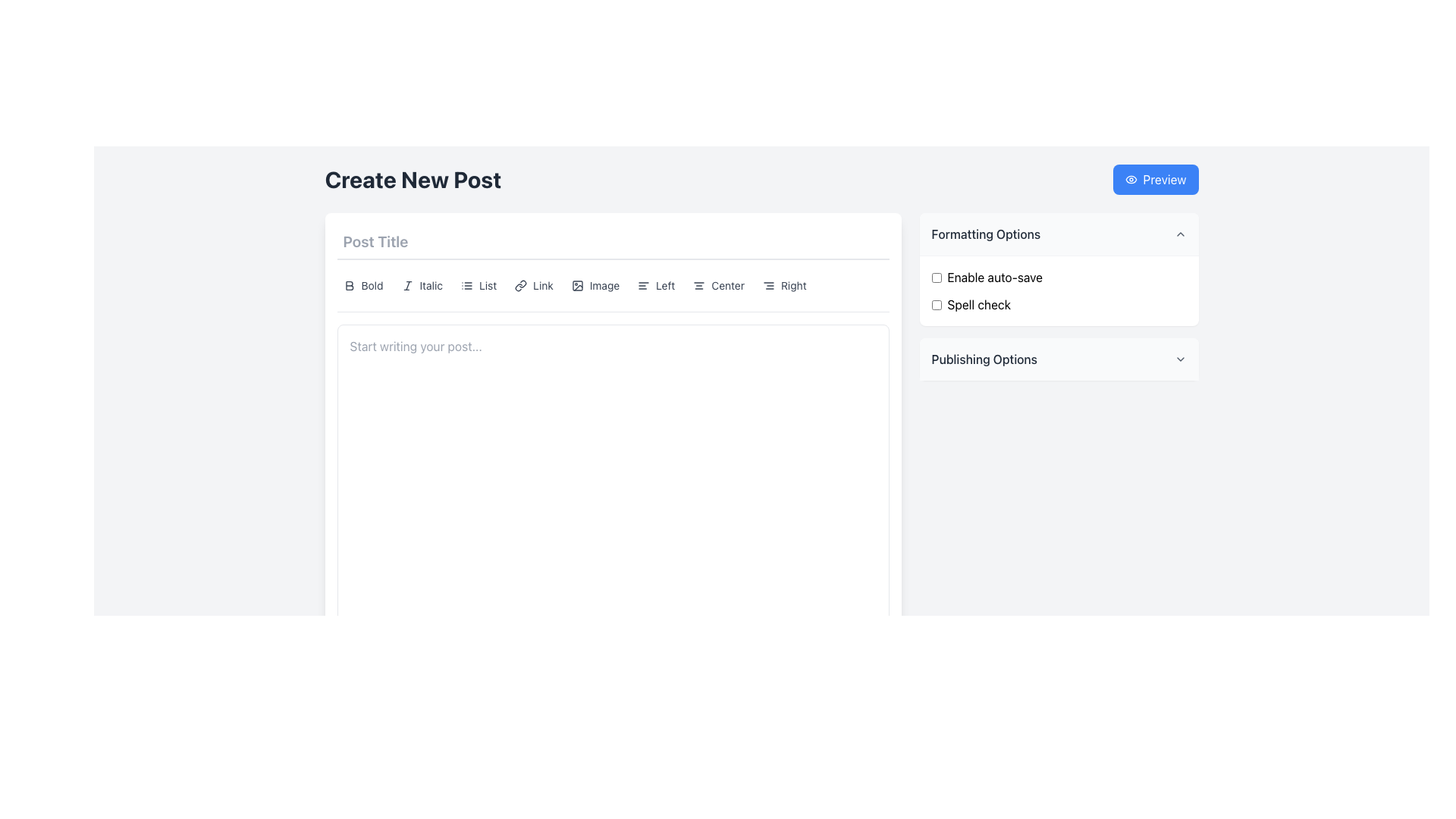  Describe the element at coordinates (935, 304) in the screenshot. I see `the checkbox located in the top-right area of the interface, specifically under the 'Formatting Options' panel` at that location.